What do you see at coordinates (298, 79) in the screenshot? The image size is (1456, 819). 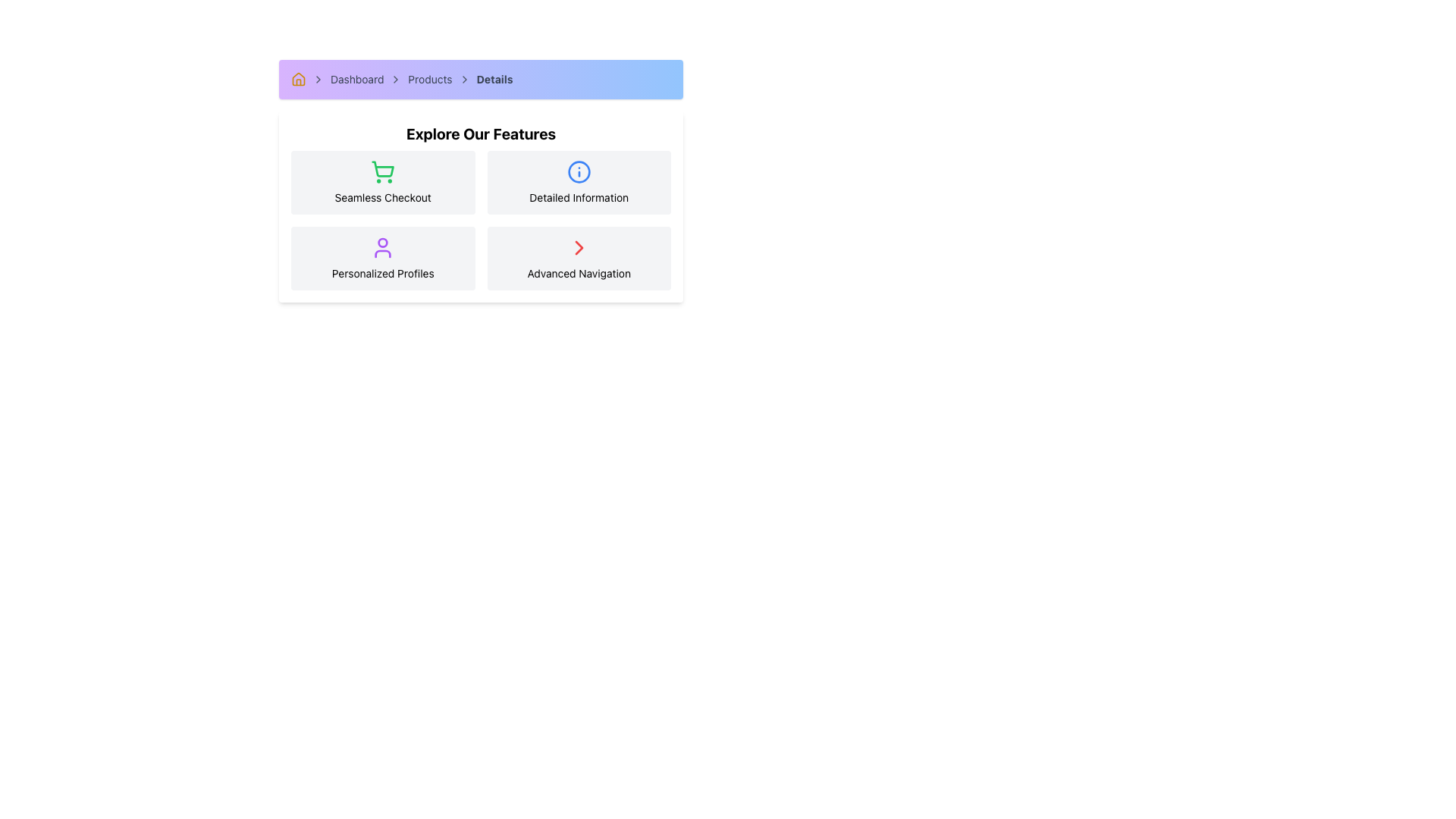 I see `the breadcrumb navigation icon that serves as a link to the homepage, positioned to the left of the 'Dashboard' label` at bounding box center [298, 79].